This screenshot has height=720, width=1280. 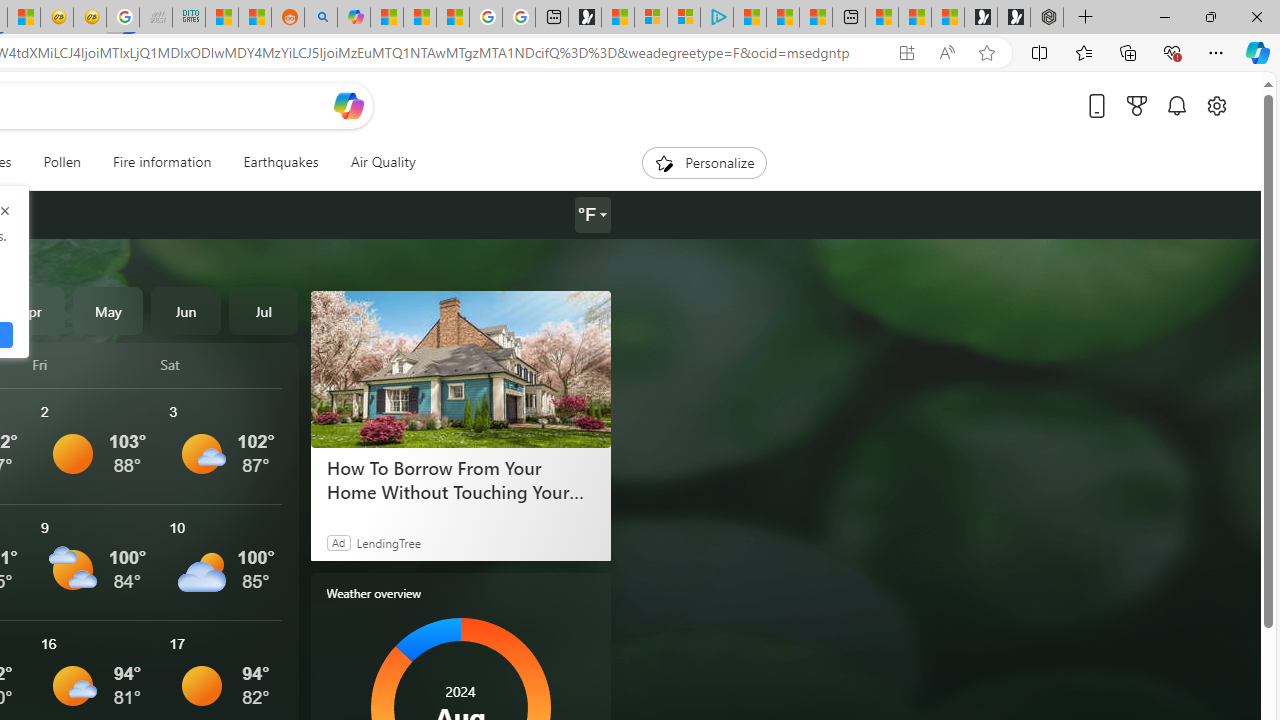 What do you see at coordinates (161, 162) in the screenshot?
I see `'Fire information'` at bounding box center [161, 162].